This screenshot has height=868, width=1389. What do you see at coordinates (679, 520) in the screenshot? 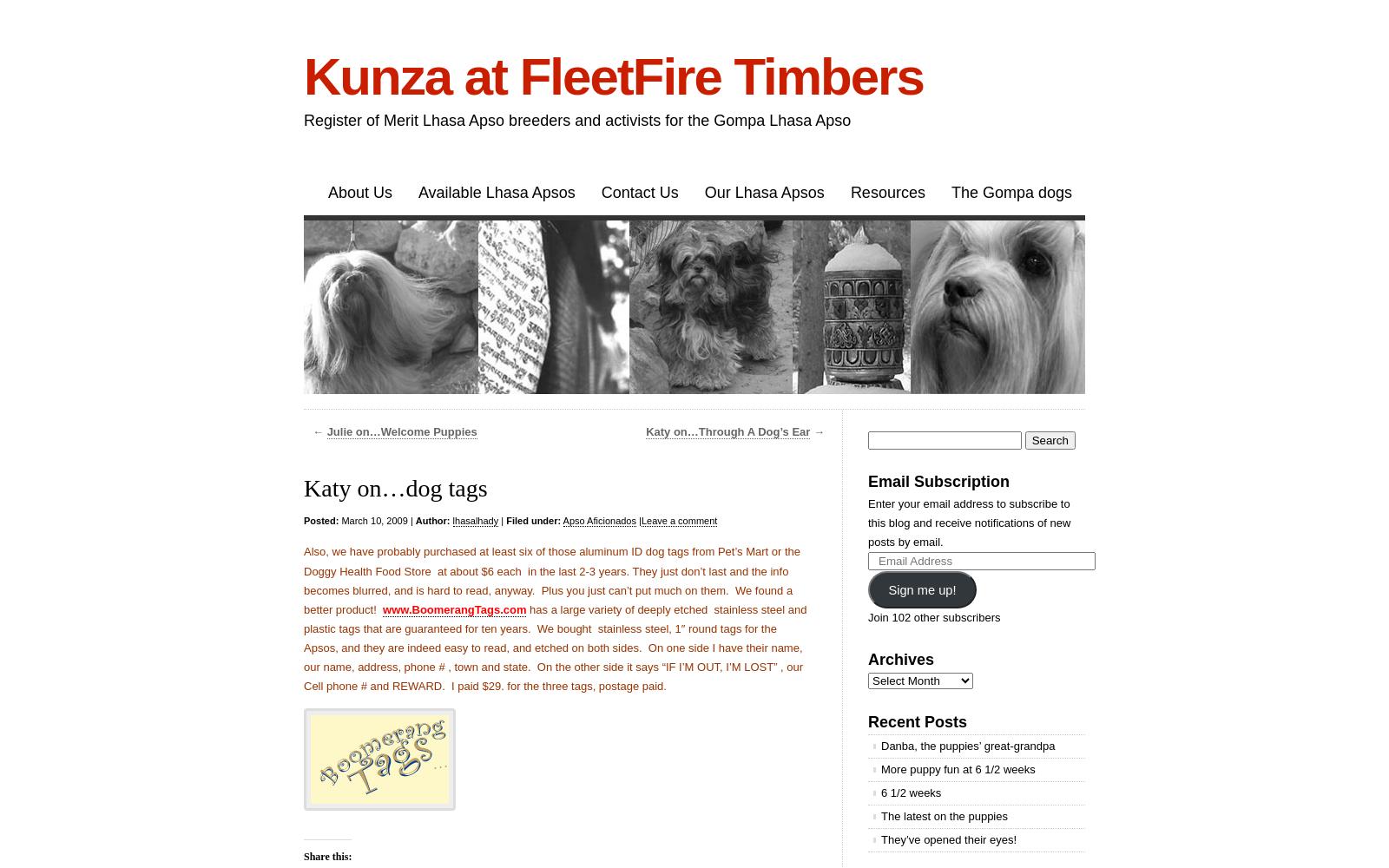
I see `'Leave a comment'` at bounding box center [679, 520].